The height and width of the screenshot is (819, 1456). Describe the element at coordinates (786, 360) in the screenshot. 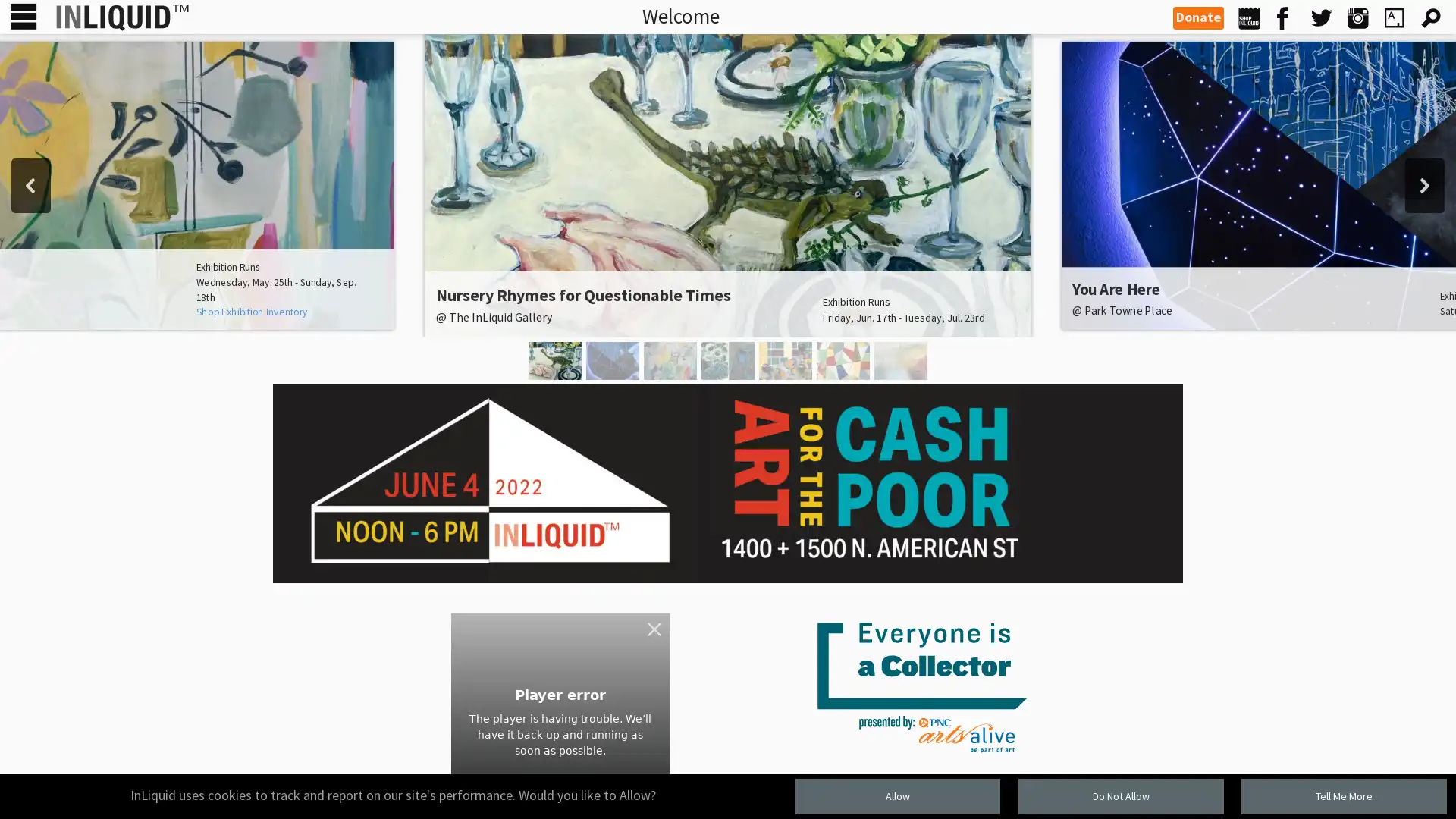

I see `Synesthesia` at that location.